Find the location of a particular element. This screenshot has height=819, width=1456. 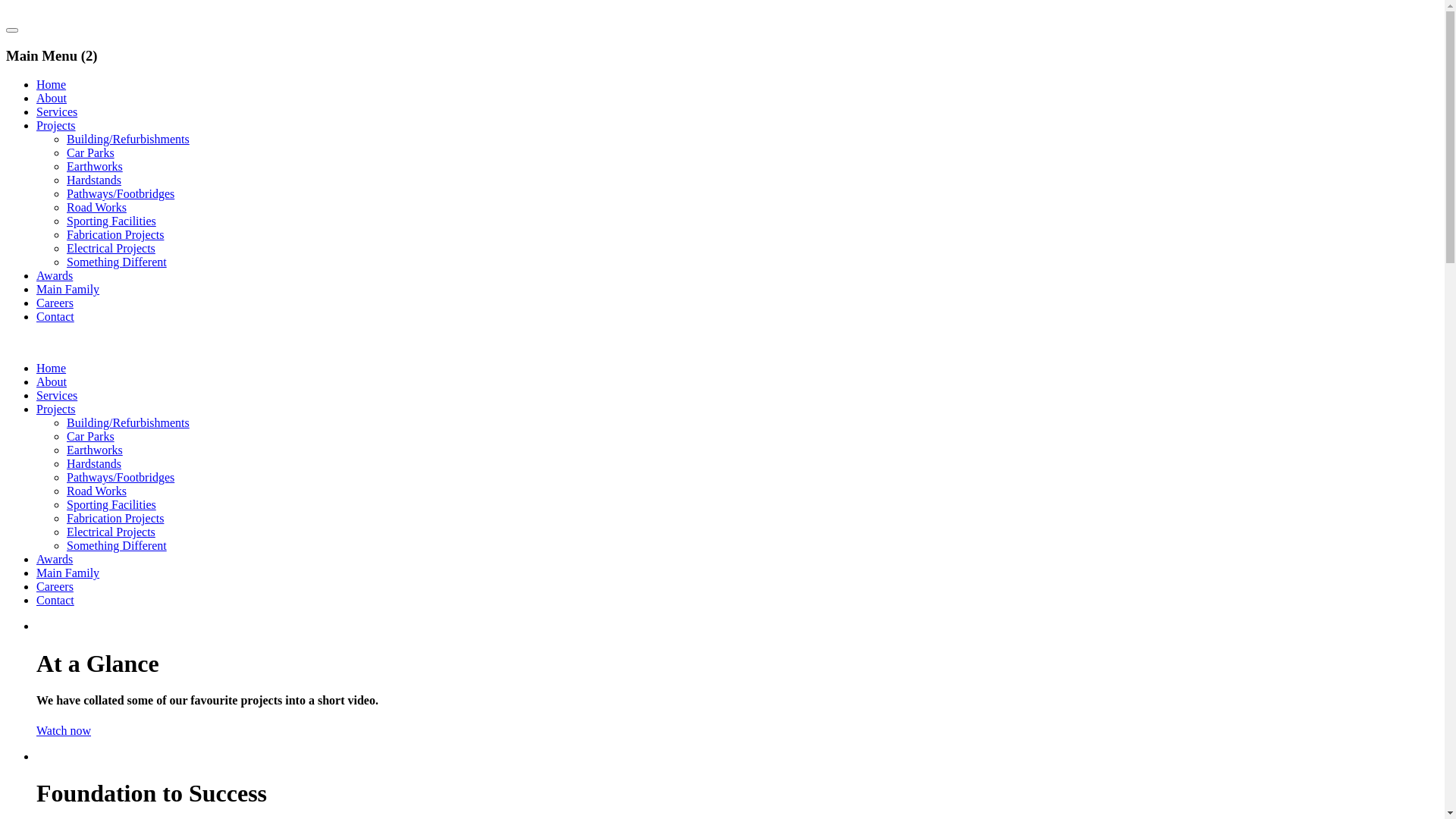

'Something Different' is located at coordinates (115, 261).